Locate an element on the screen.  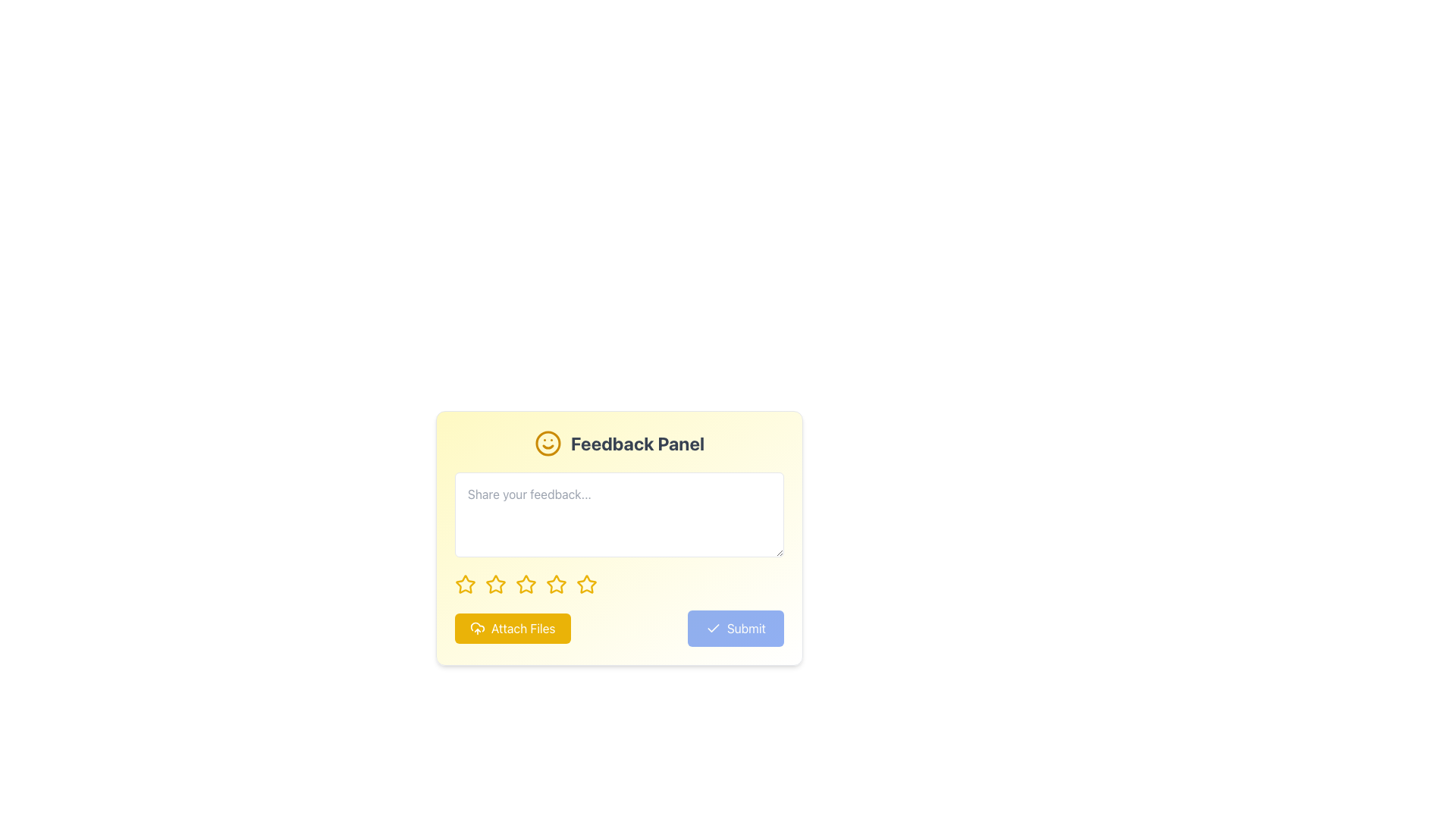
the fifth rating star in the feedback panel is located at coordinates (585, 583).